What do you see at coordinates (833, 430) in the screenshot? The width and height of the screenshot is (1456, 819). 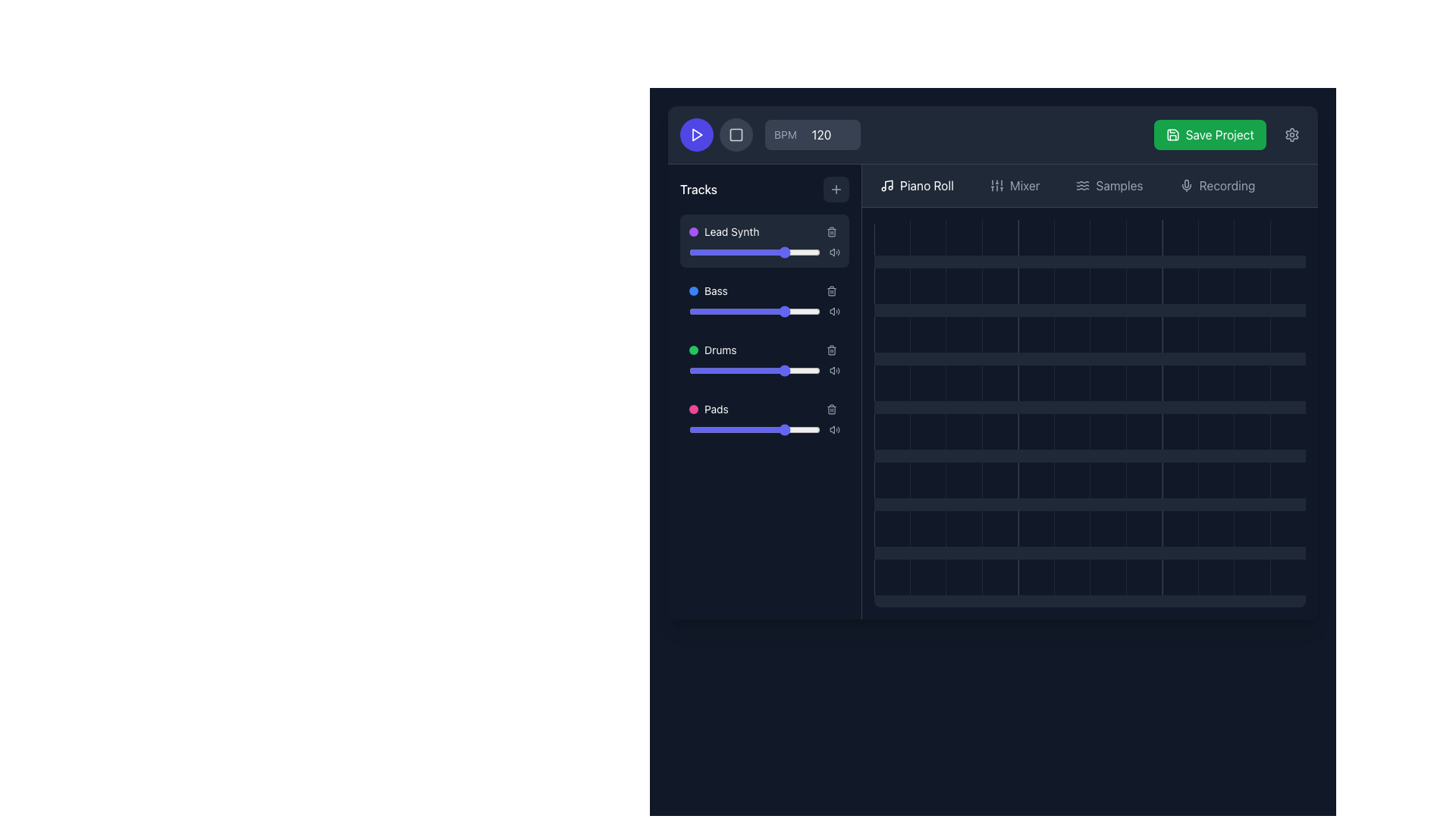 I see `the speaker icon that resembles sound waves, located to the right of the volume progress bar in the settings section` at bounding box center [833, 430].